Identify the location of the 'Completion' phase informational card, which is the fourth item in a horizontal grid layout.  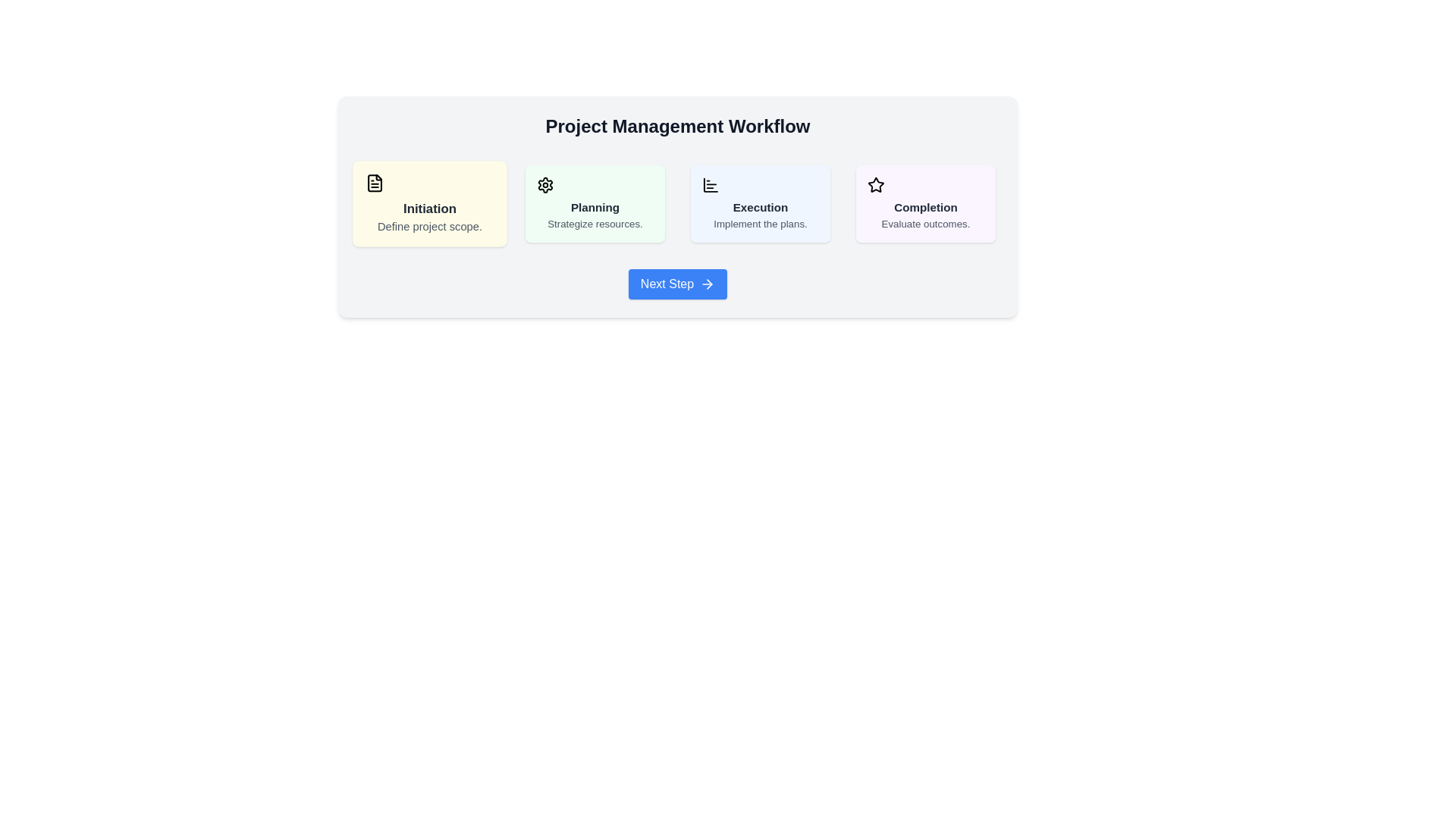
(924, 203).